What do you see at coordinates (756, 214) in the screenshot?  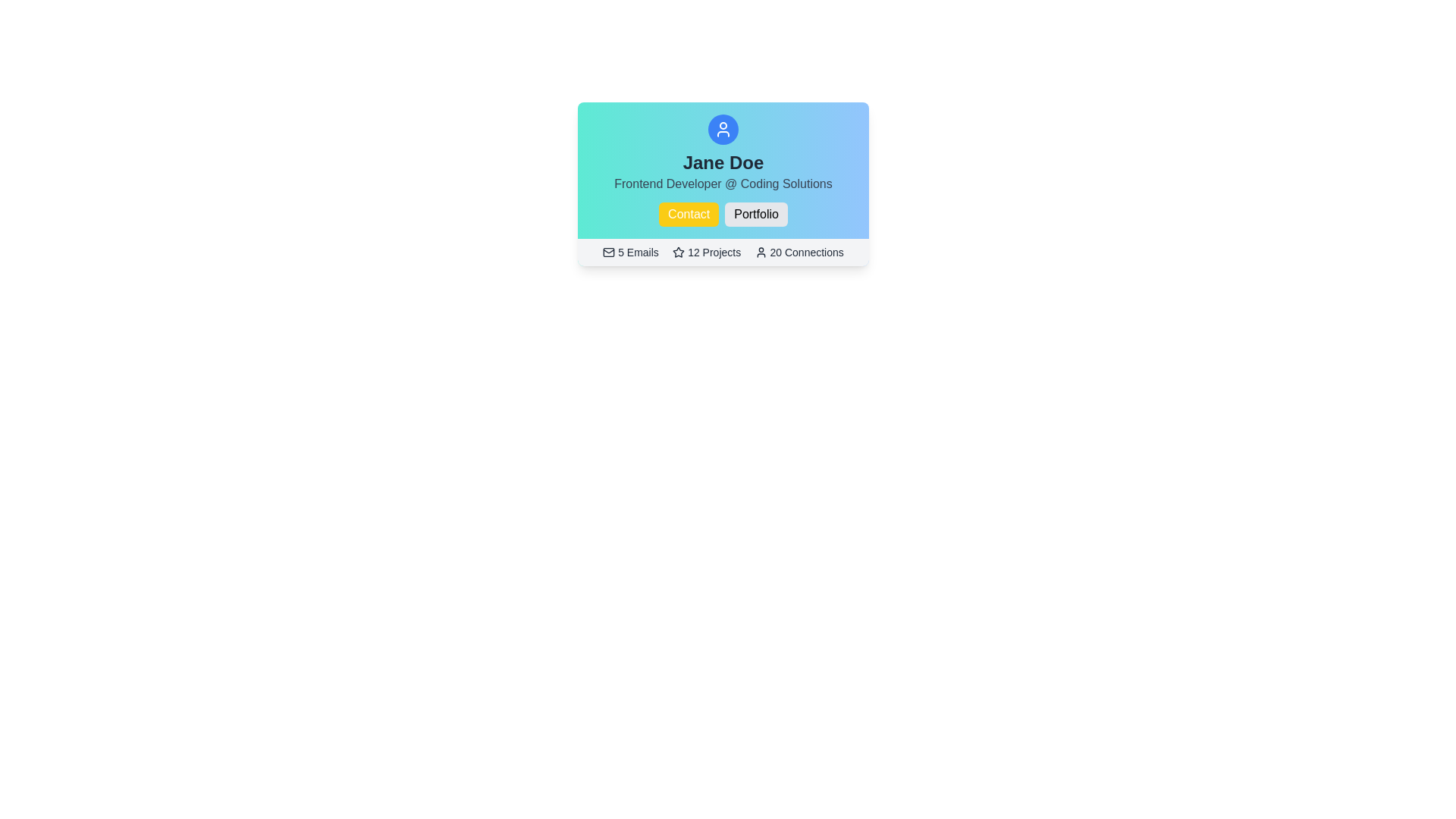 I see `the 'Portfolio' button, which is a rectangular button with a light gray background and rounded corners` at bounding box center [756, 214].